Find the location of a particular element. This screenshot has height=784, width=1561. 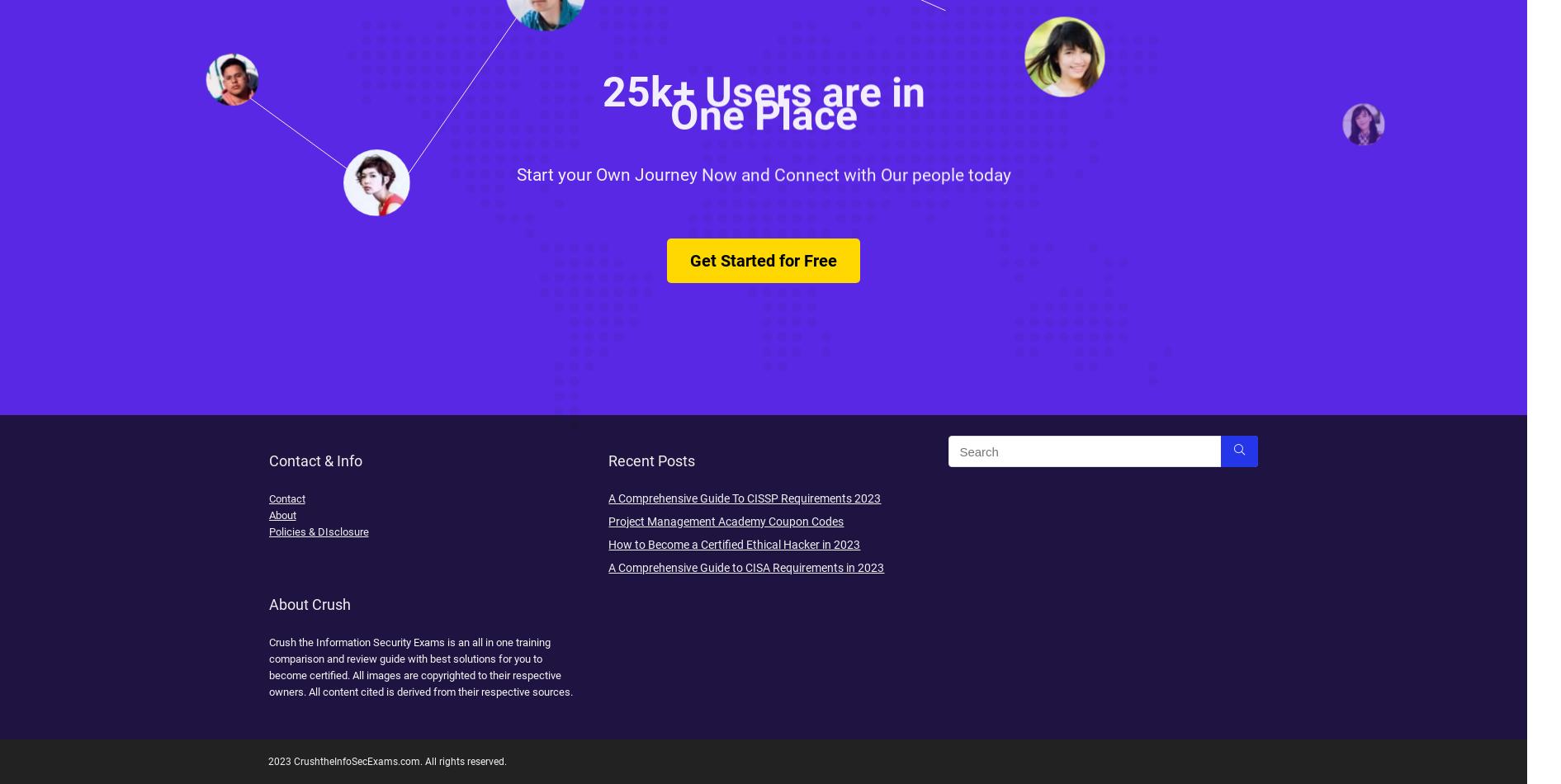

'A Comprehensive Guide to CISA Requirements in  2023' is located at coordinates (746, 567).